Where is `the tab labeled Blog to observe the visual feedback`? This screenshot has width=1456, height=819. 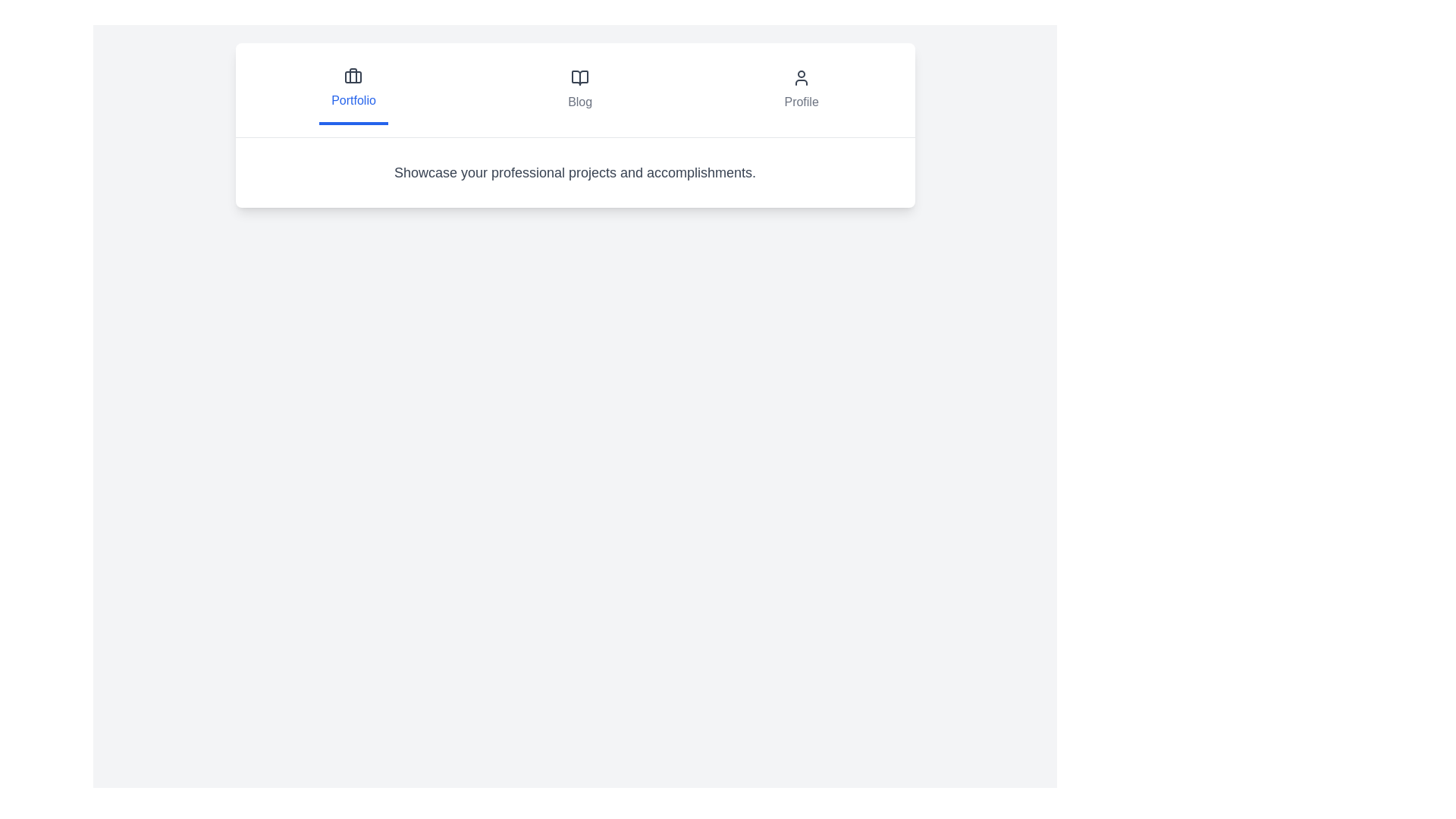
the tab labeled Blog to observe the visual feedback is located at coordinates (579, 90).